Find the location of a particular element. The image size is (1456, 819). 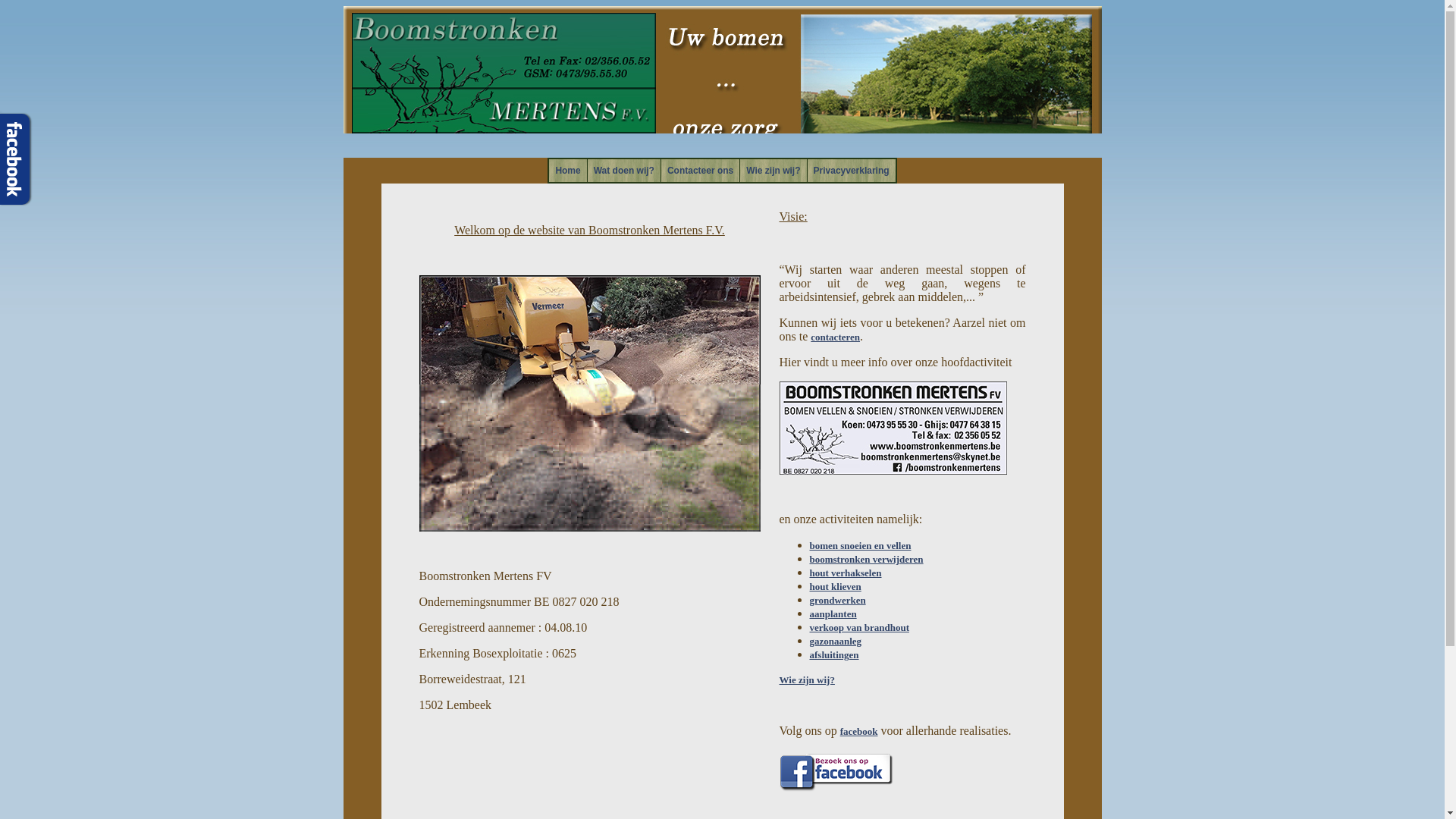

'bomen snoeien en vellen' is located at coordinates (860, 544).